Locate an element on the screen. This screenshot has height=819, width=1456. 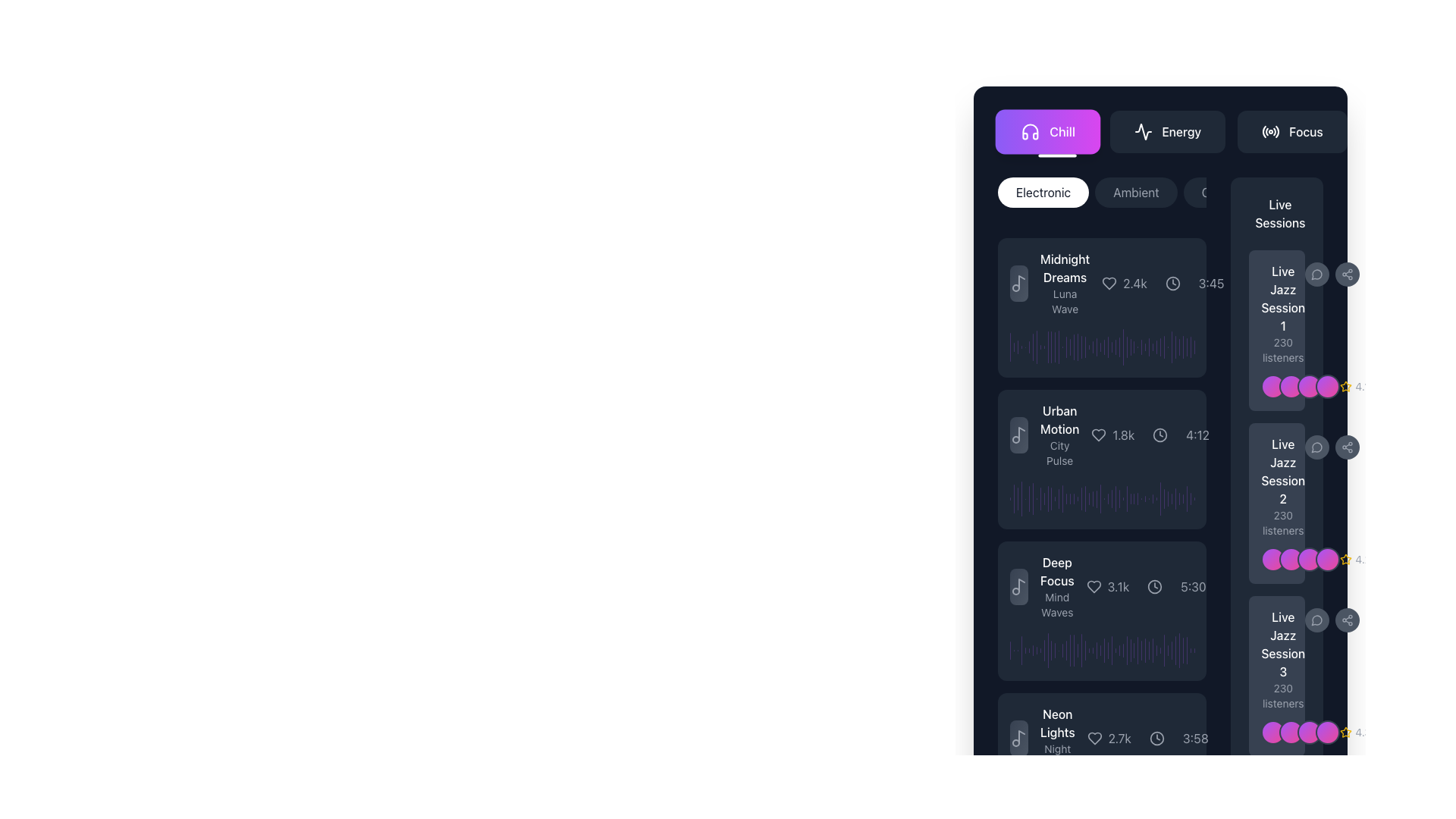
the static label with icon displaying the rating for 'Live Jazz Session 1' located at the bottom-right corner of the panel is located at coordinates (1354, 385).